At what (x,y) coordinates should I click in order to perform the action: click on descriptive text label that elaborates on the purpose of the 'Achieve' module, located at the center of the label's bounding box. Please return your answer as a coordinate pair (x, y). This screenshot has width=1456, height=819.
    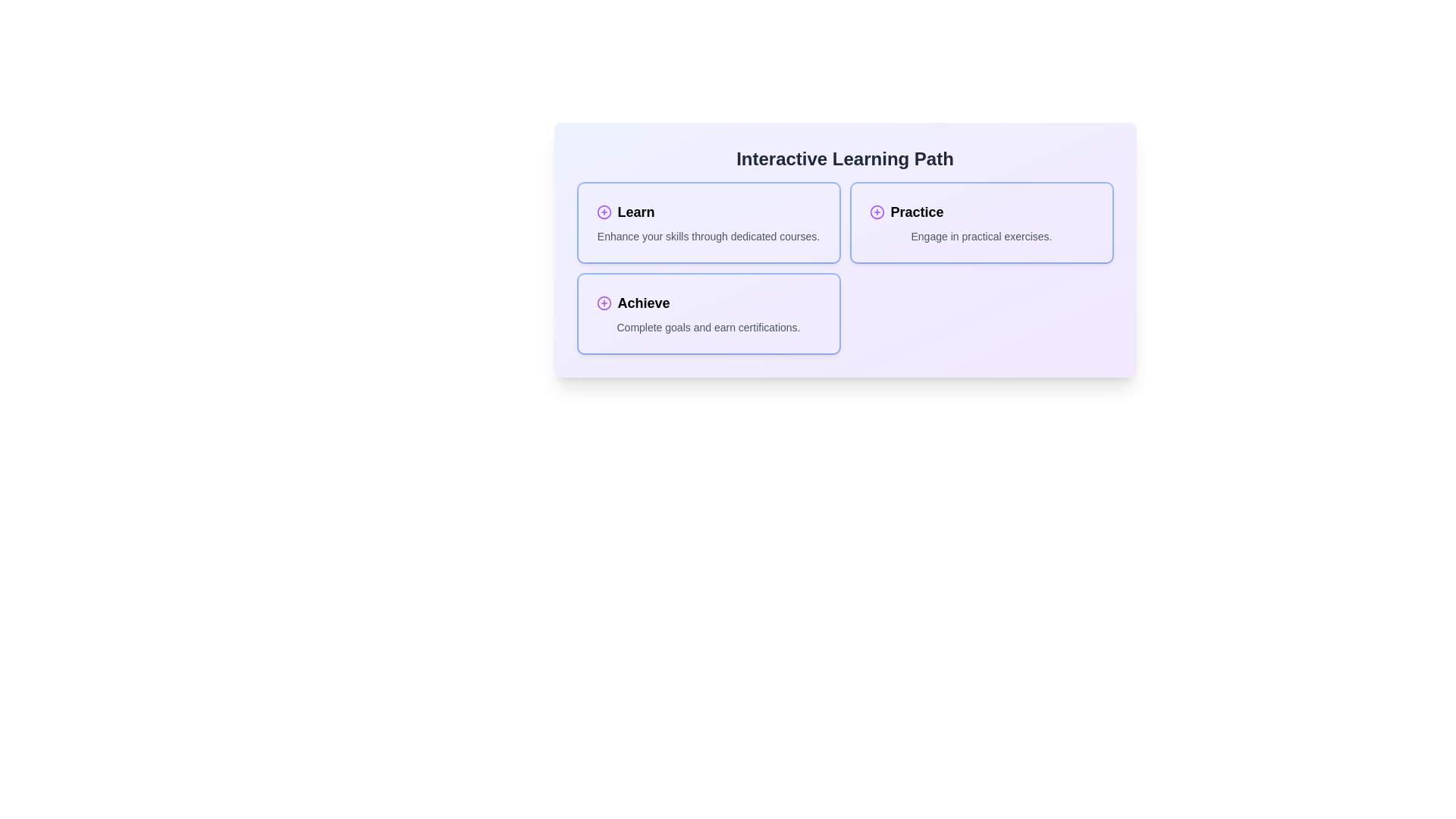
    Looking at the image, I should click on (708, 327).